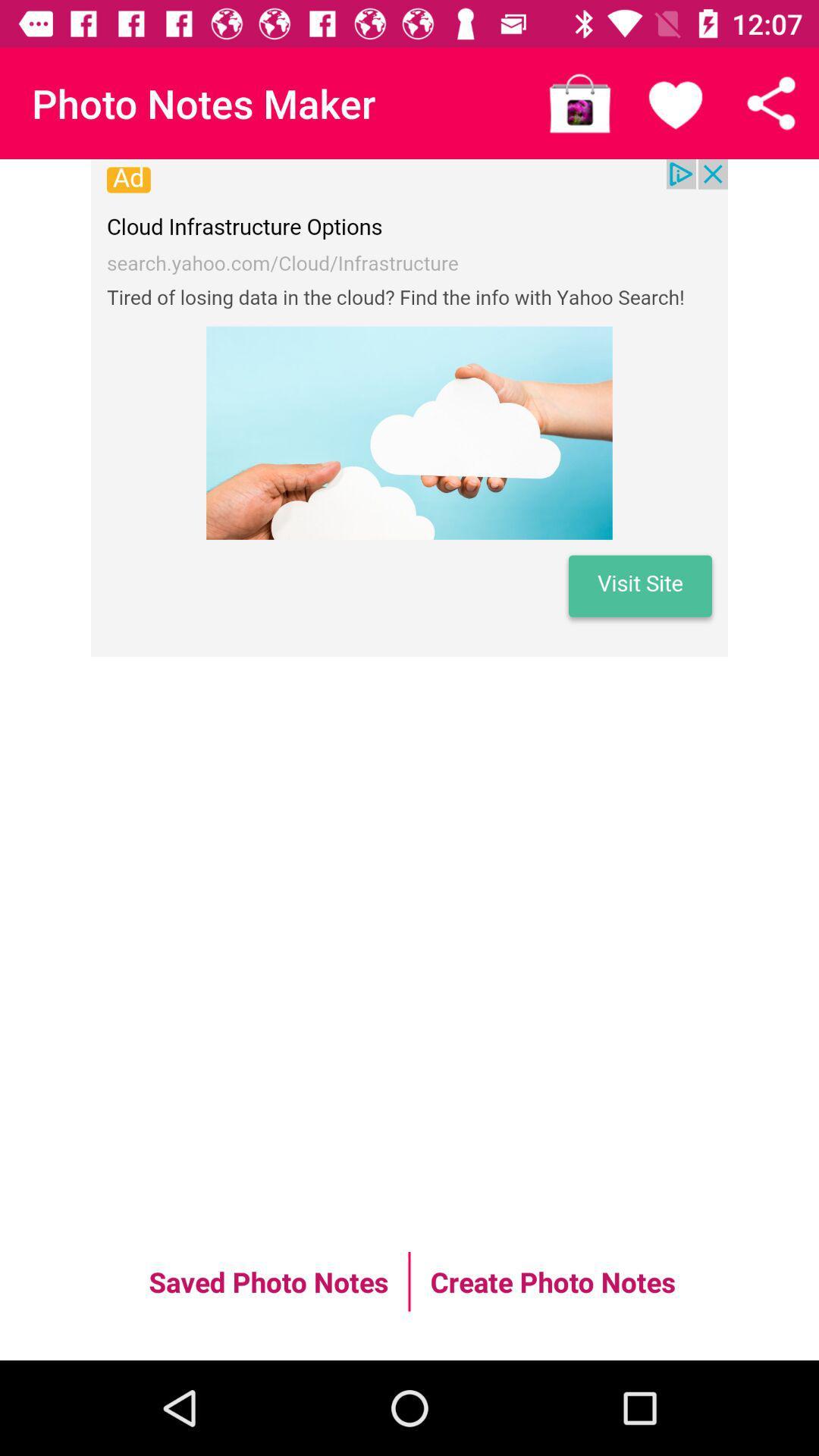 Image resolution: width=819 pixels, height=1456 pixels. What do you see at coordinates (675, 102) in the screenshot?
I see `to like` at bounding box center [675, 102].